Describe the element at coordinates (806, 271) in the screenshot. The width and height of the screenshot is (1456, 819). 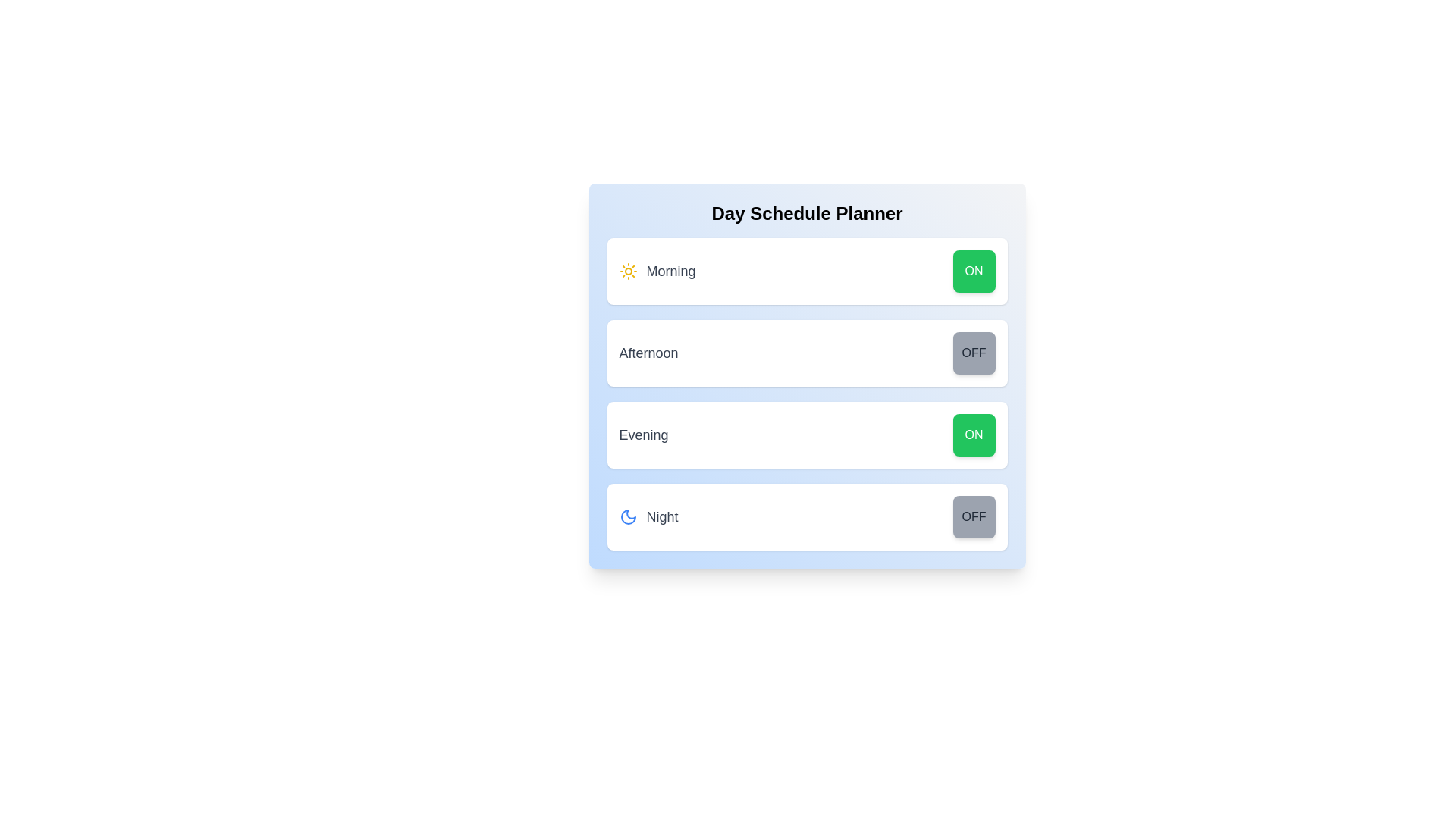
I see `the Morning row to highlight or focus it` at that location.